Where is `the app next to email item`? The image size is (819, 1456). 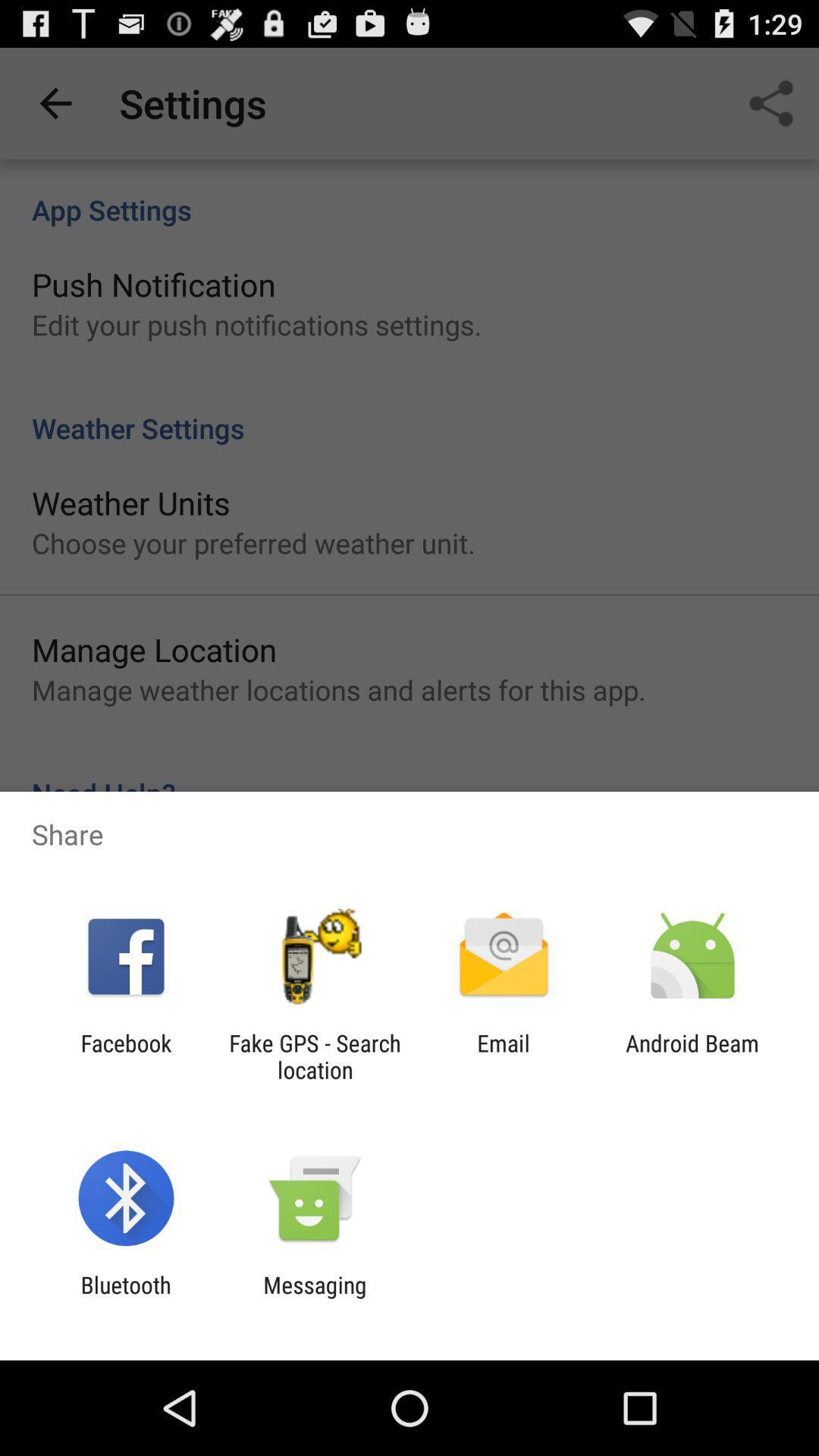 the app next to email item is located at coordinates (692, 1056).